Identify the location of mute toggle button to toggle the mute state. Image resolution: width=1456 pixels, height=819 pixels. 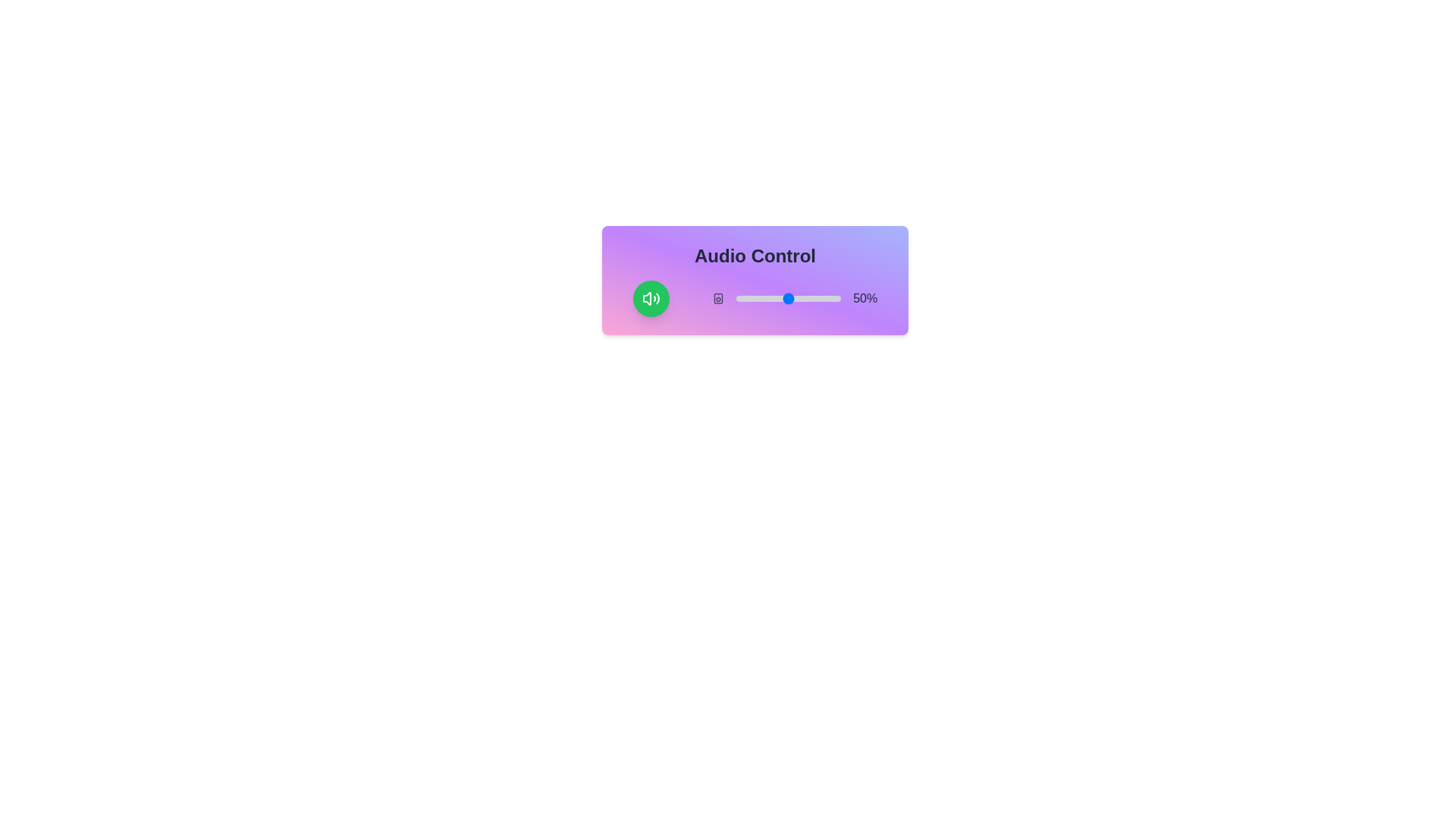
(651, 298).